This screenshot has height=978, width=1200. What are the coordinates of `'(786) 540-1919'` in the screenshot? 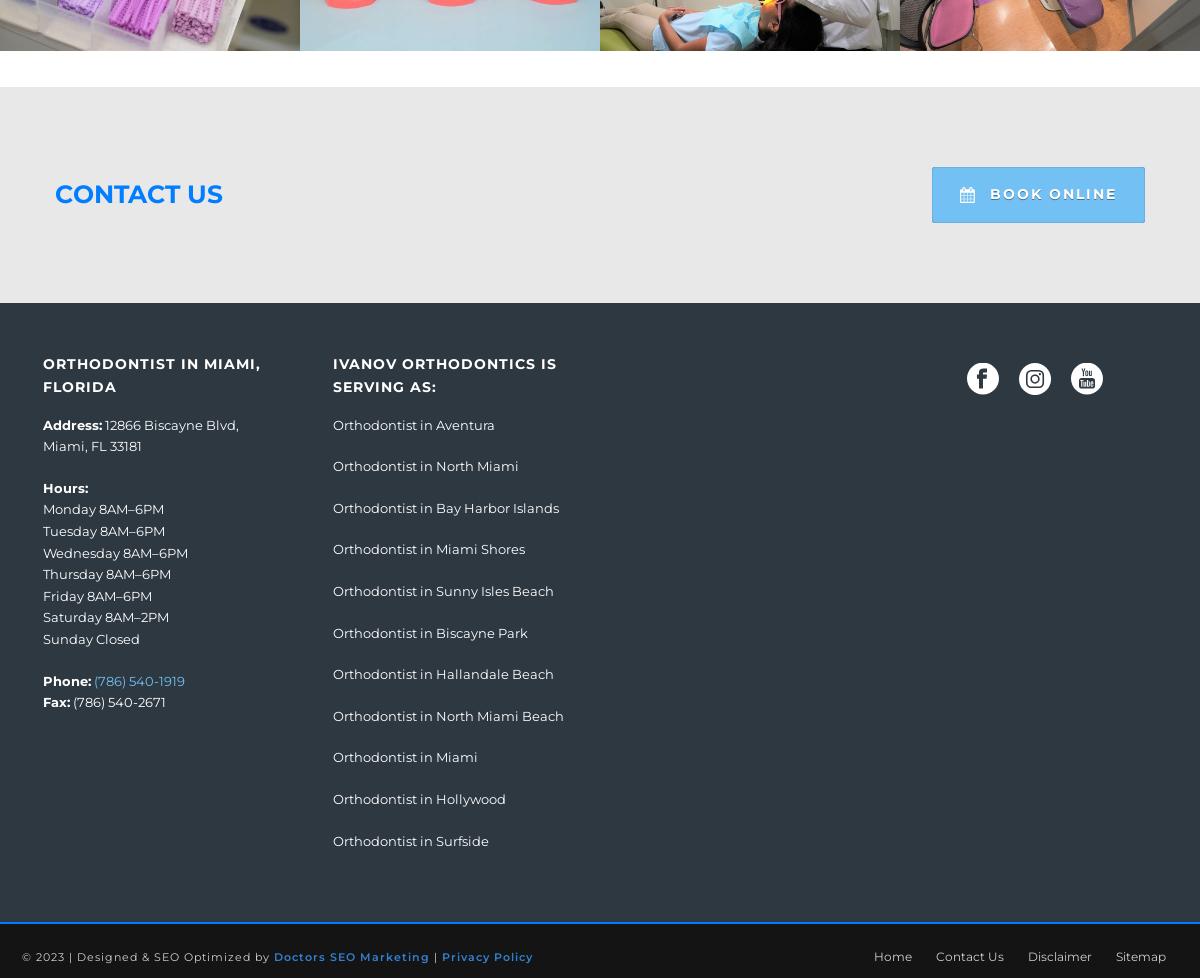 It's located at (139, 680).